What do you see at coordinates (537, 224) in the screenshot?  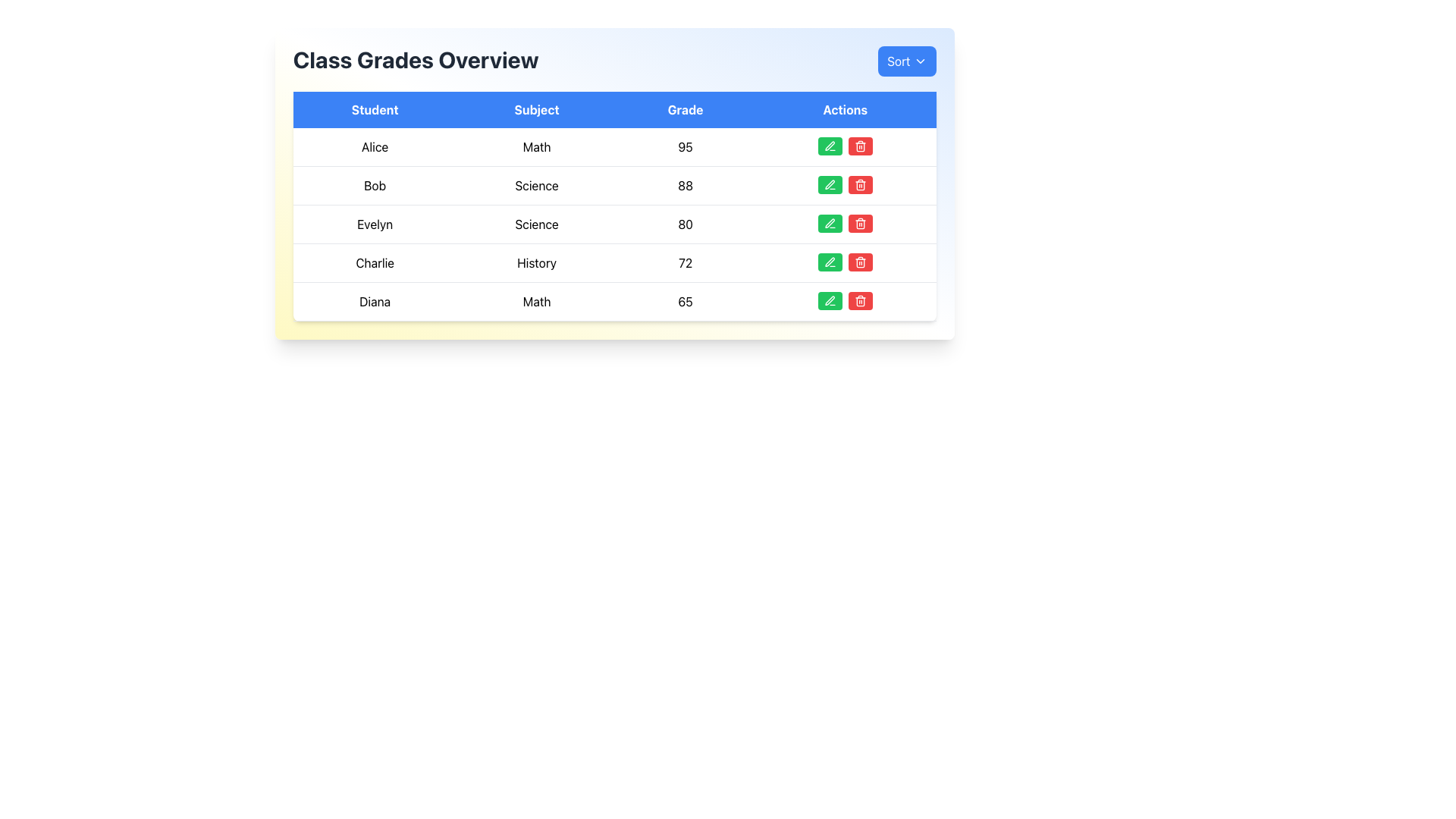 I see `the static text label representing the subject in the third row and second column of the class grades table` at bounding box center [537, 224].